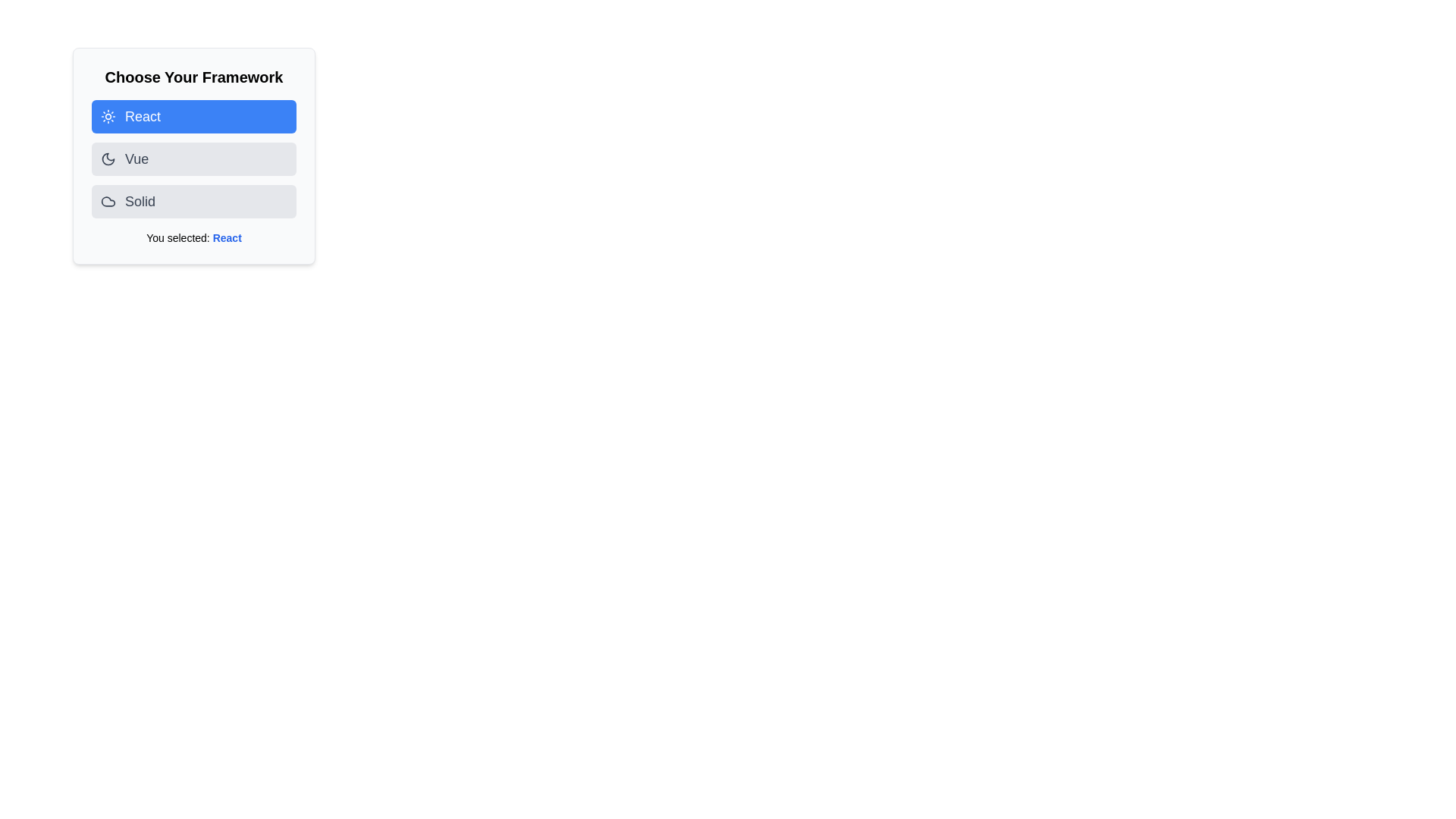 The height and width of the screenshot is (819, 1456). I want to click on the 'Vue' framework icon in the second row of options, so click(108, 158).